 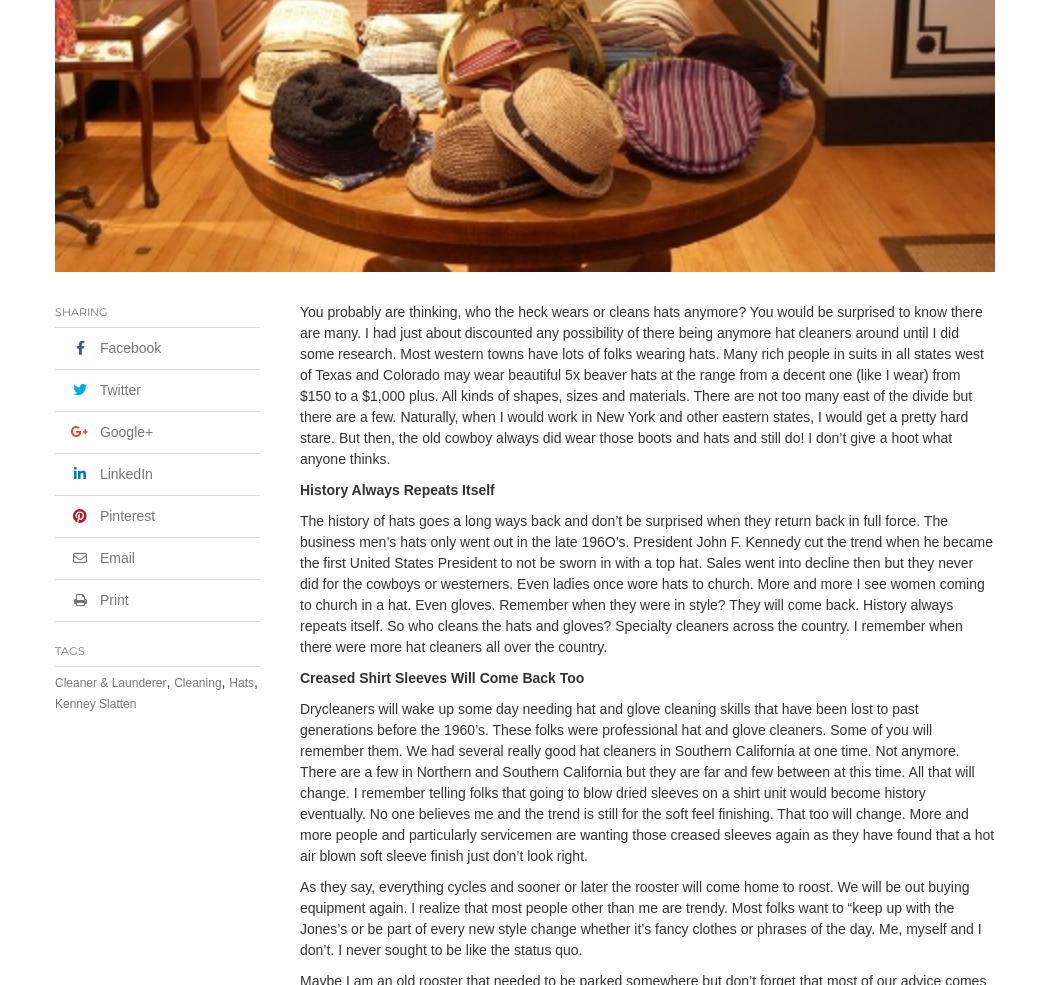 I want to click on 'The history of hats goes a long ways back and don’t be surprised when they return back in full force. The business men’s hats only went out in the late 196O’s. President John F. Kennedy cut the trend when he became the first United States President to not be sworn in with a top hat. Sales went into decline then but they never did for the cowboys or westerners. Even ladies once wore hats to church. More and more I see women coming to church in a hat. Even gloves. Remember when they were in style? They will come back. History always repeats itself. So who cleans the hats and gloves? Specialty cleaners across the country. I remember when there were more hat cleaners all over the country.', so click(x=298, y=584).